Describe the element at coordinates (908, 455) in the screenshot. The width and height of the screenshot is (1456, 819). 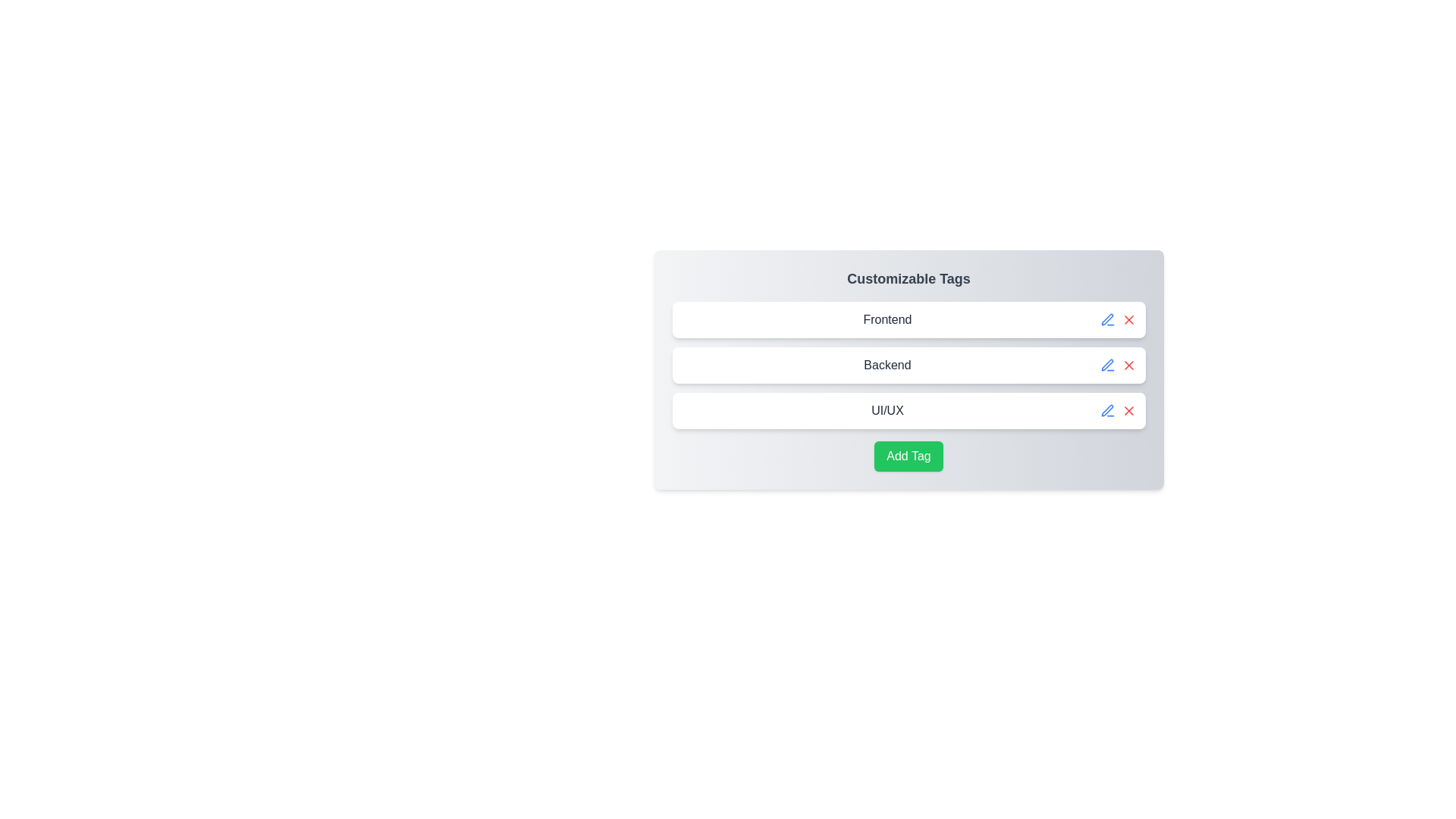
I see `the 'Add Tag' button to add a new tag` at that location.